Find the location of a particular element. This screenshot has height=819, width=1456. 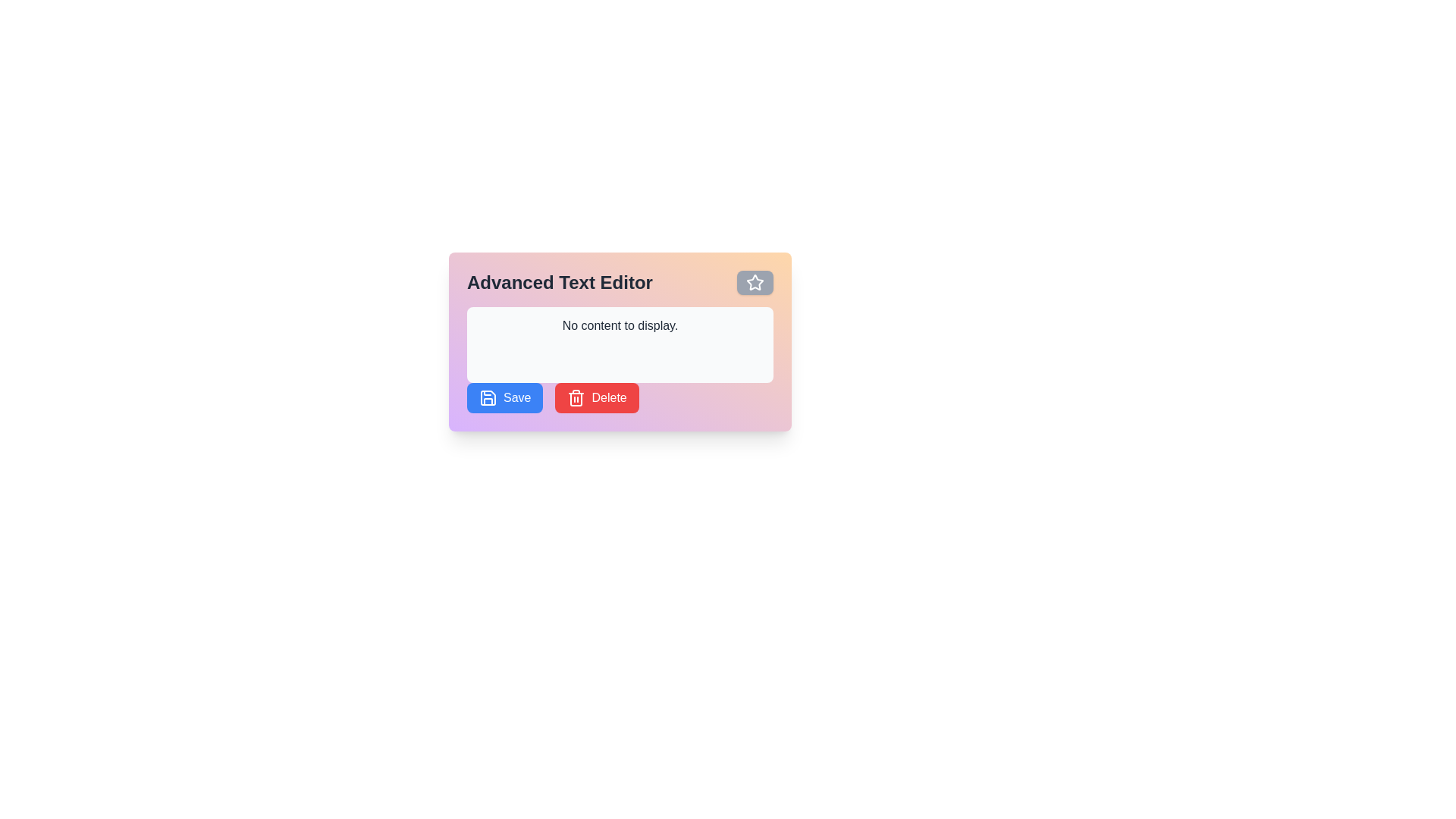

the text label displaying 'Advanced Text Editor' which is in bold, large dark gray font at the top of the panel above the textbox and buttons is located at coordinates (620, 283).